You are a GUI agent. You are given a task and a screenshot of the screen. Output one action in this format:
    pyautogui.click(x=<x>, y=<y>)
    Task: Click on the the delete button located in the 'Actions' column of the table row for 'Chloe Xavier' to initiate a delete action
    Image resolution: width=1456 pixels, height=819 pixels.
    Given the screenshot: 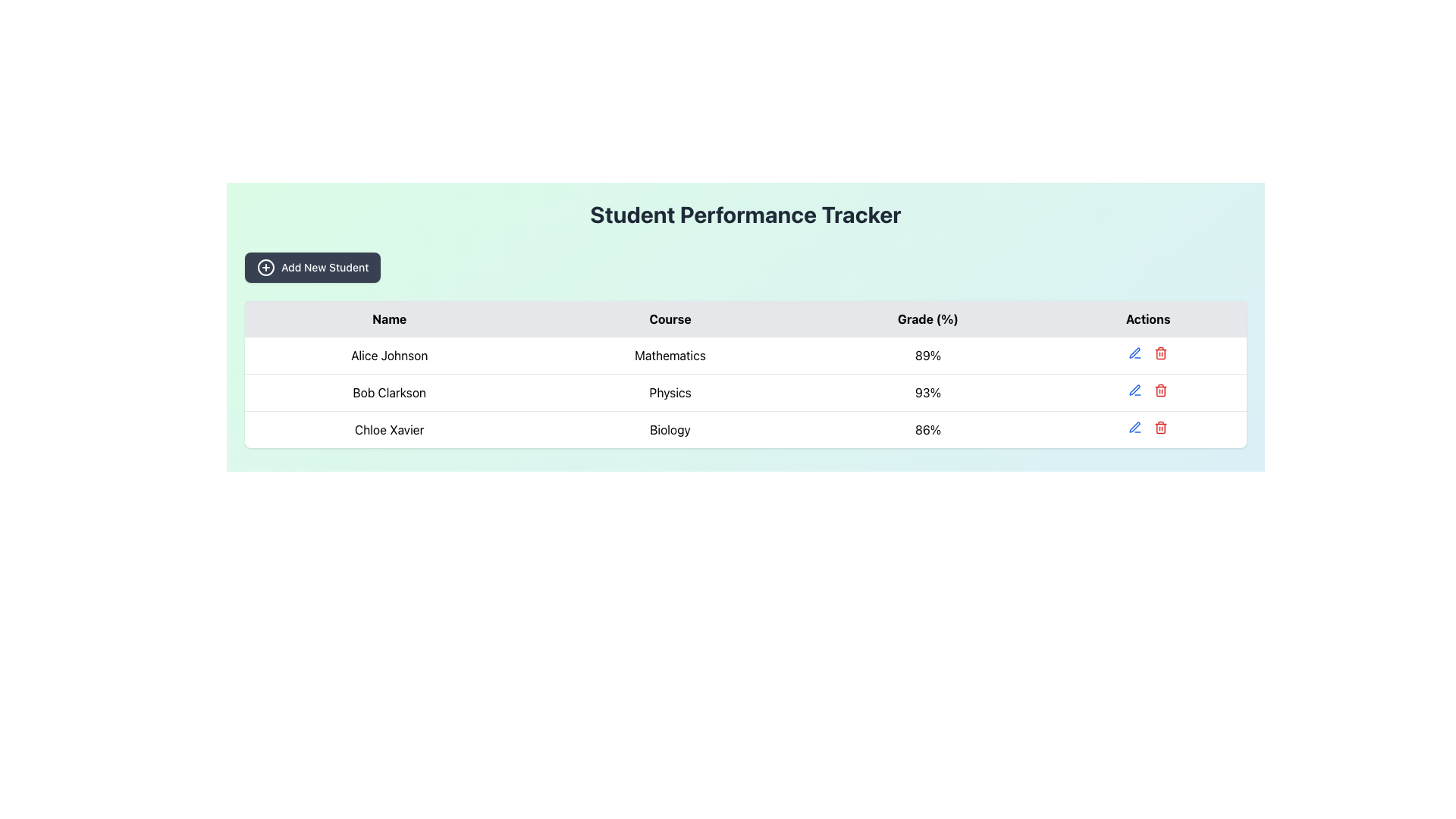 What is the action you would take?
    pyautogui.click(x=1160, y=427)
    